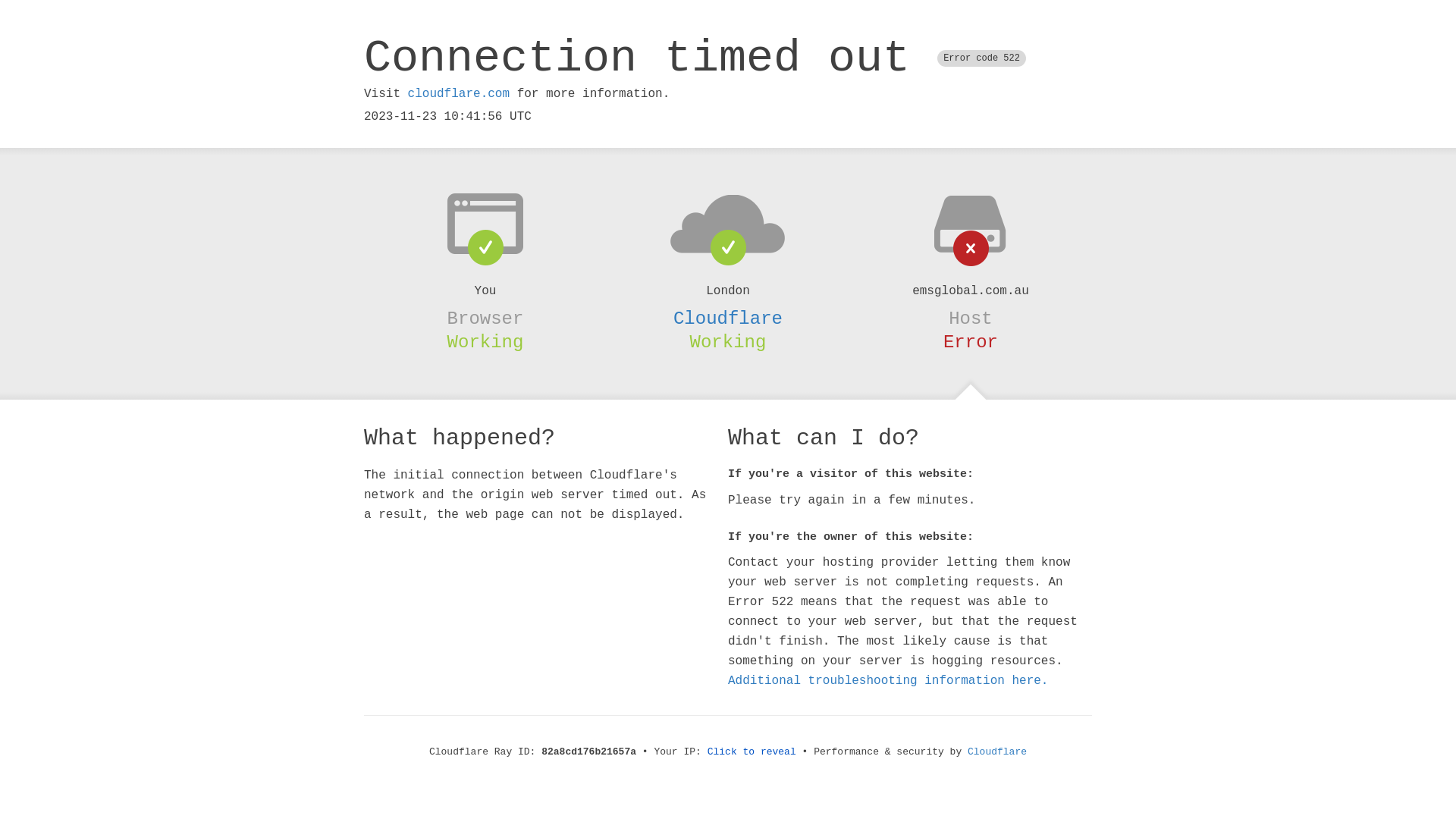 Image resolution: width=1456 pixels, height=819 pixels. What do you see at coordinates (728, 680) in the screenshot?
I see `'Additional troubleshooting information here.'` at bounding box center [728, 680].